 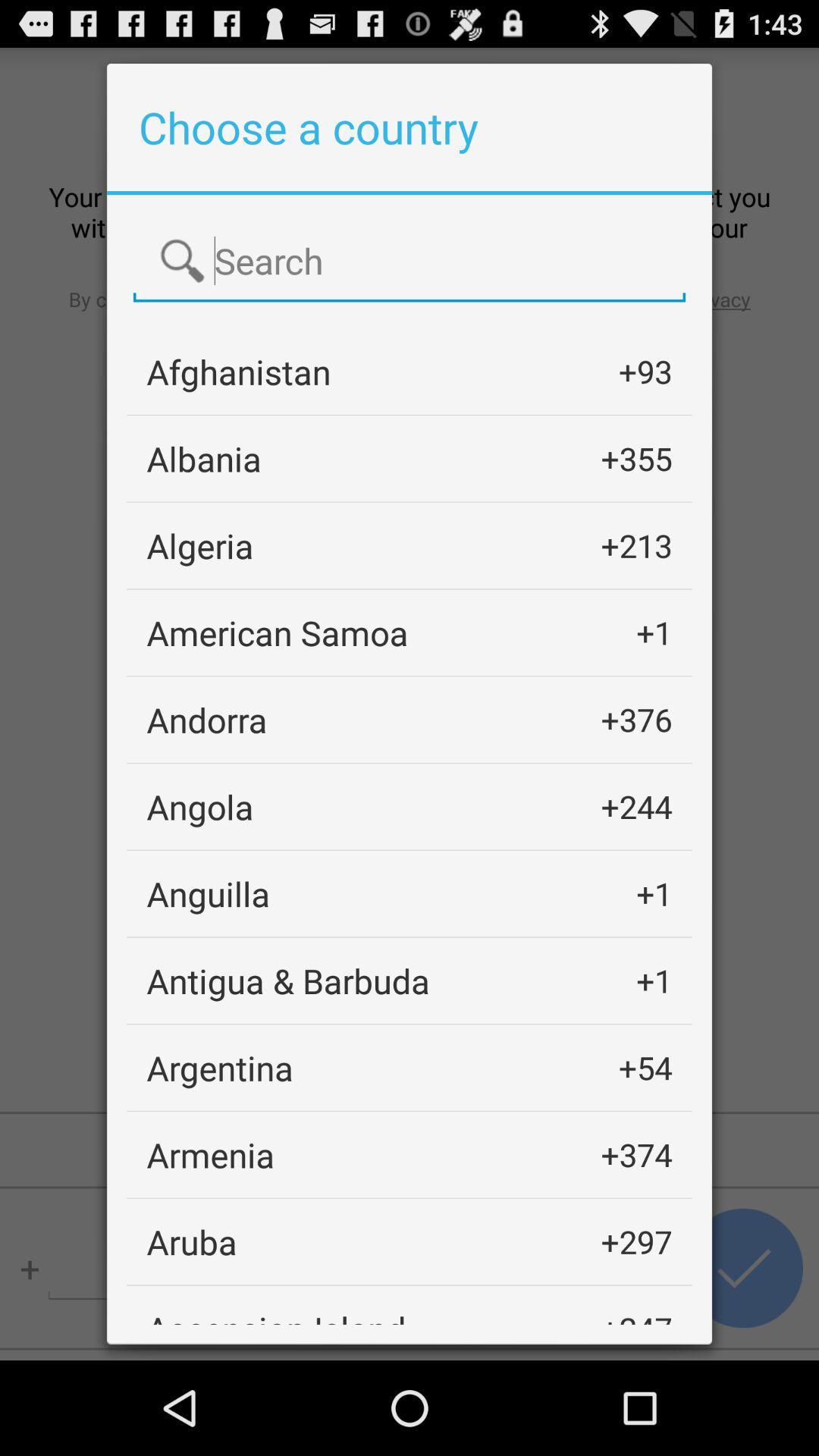 I want to click on icon above +213 app, so click(x=636, y=457).